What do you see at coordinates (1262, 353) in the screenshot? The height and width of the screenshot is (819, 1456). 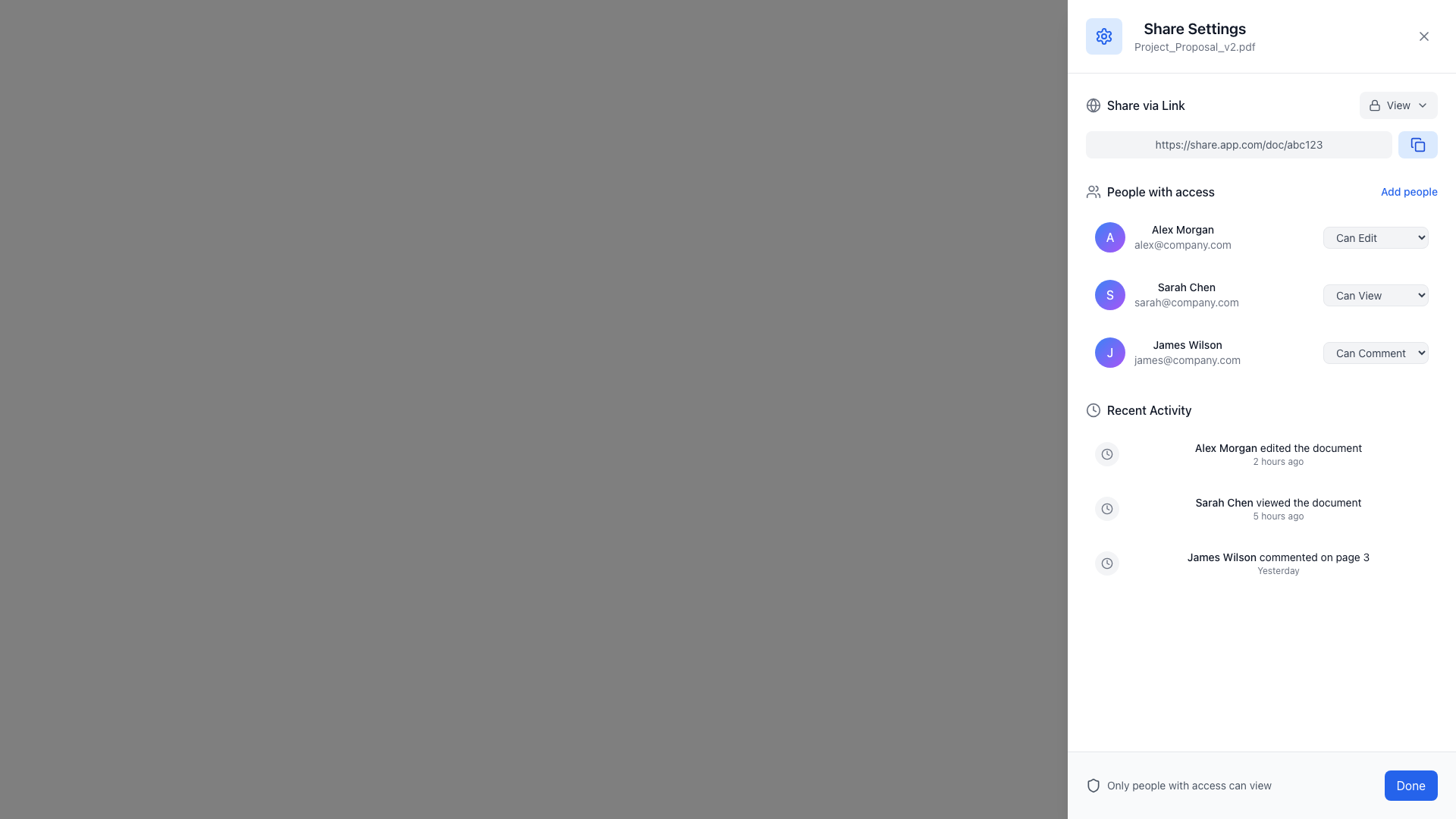 I see `the user information entry for 'James Wilson'` at bounding box center [1262, 353].